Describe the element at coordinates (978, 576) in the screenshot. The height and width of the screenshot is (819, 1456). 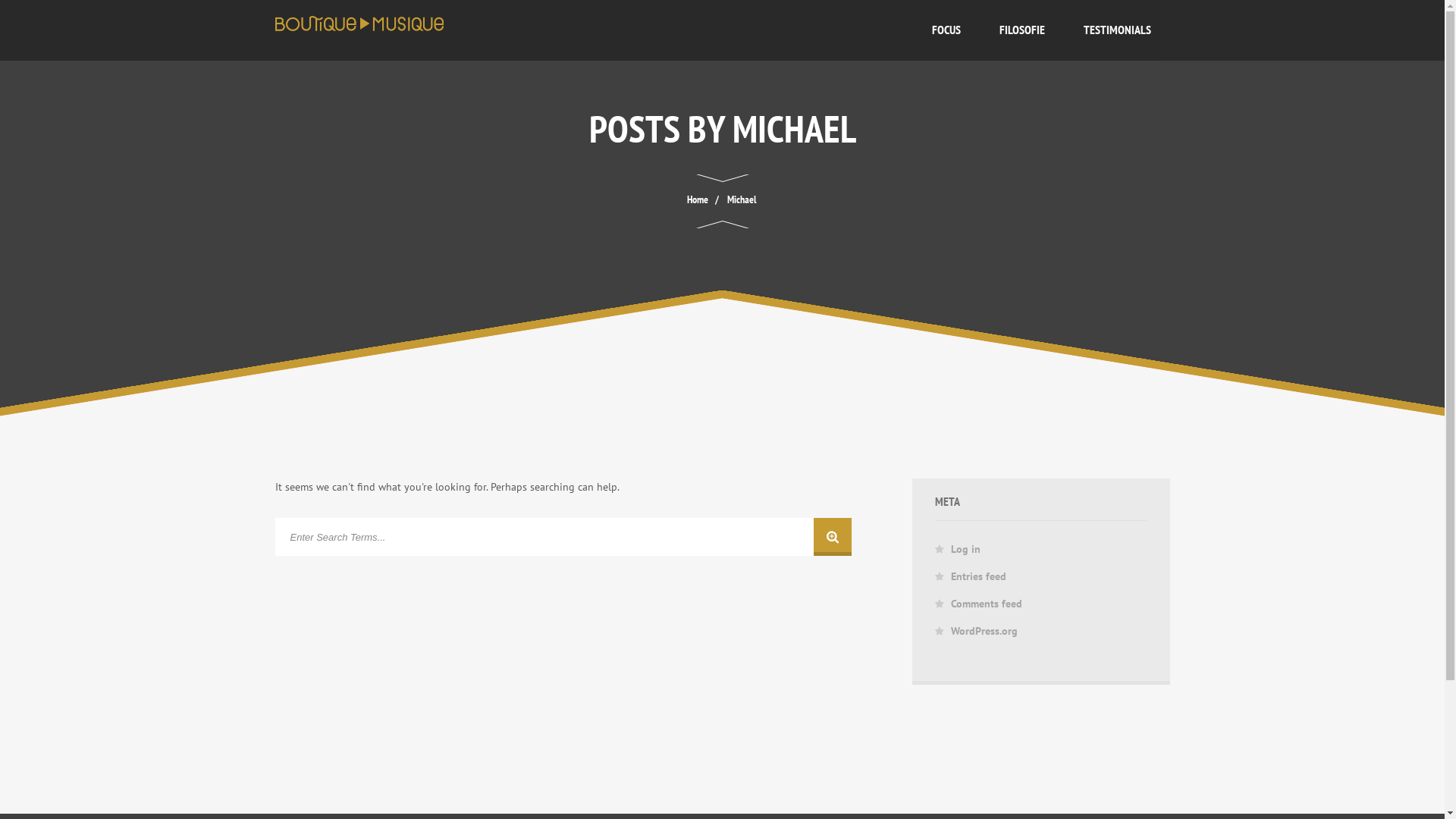
I see `'Entries feed'` at that location.